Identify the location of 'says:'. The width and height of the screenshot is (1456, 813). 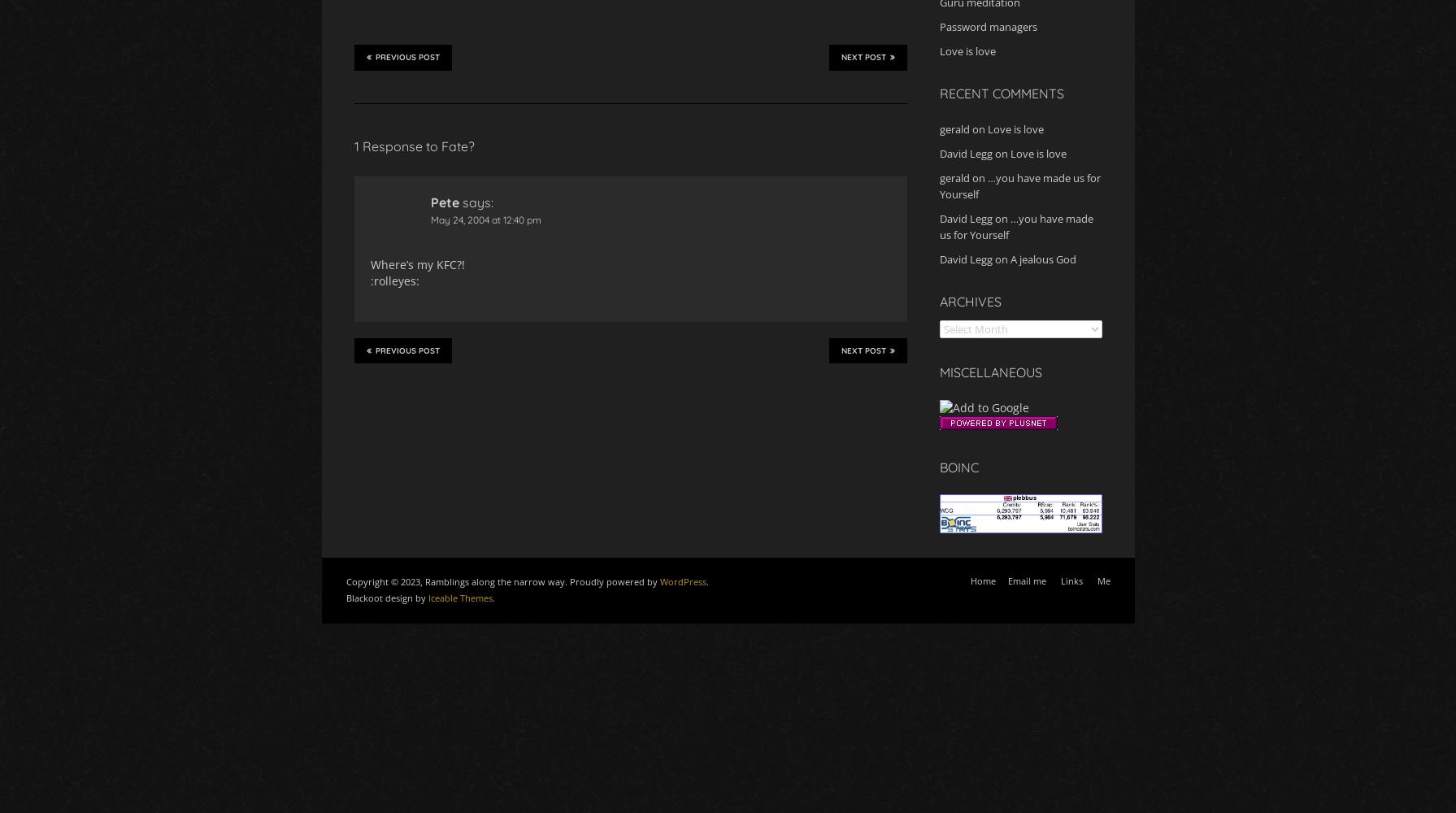
(461, 202).